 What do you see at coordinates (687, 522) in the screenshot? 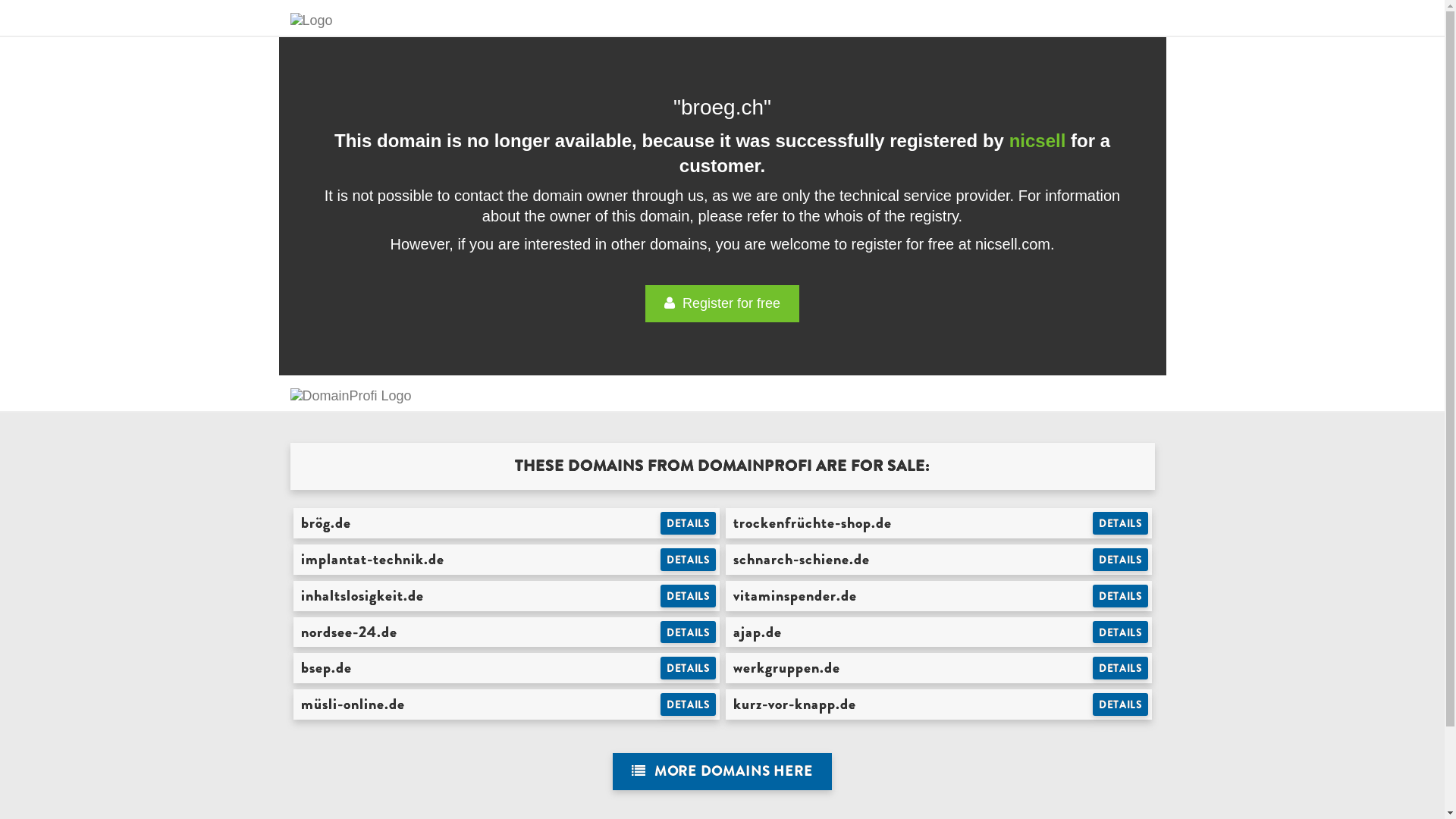
I see `'DETAILS'` at bounding box center [687, 522].